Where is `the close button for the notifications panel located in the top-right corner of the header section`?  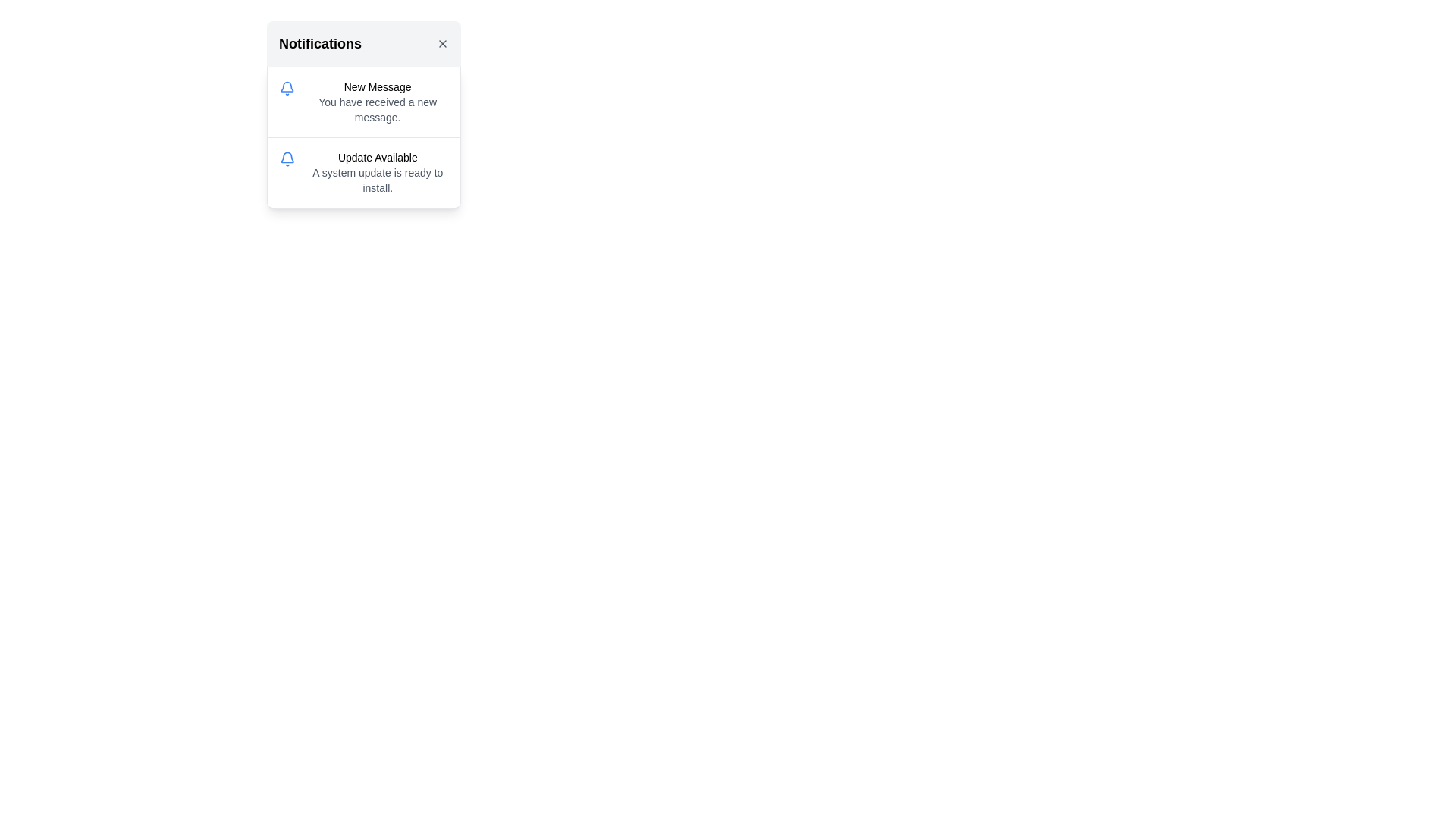 the close button for the notifications panel located in the top-right corner of the header section is located at coordinates (442, 42).